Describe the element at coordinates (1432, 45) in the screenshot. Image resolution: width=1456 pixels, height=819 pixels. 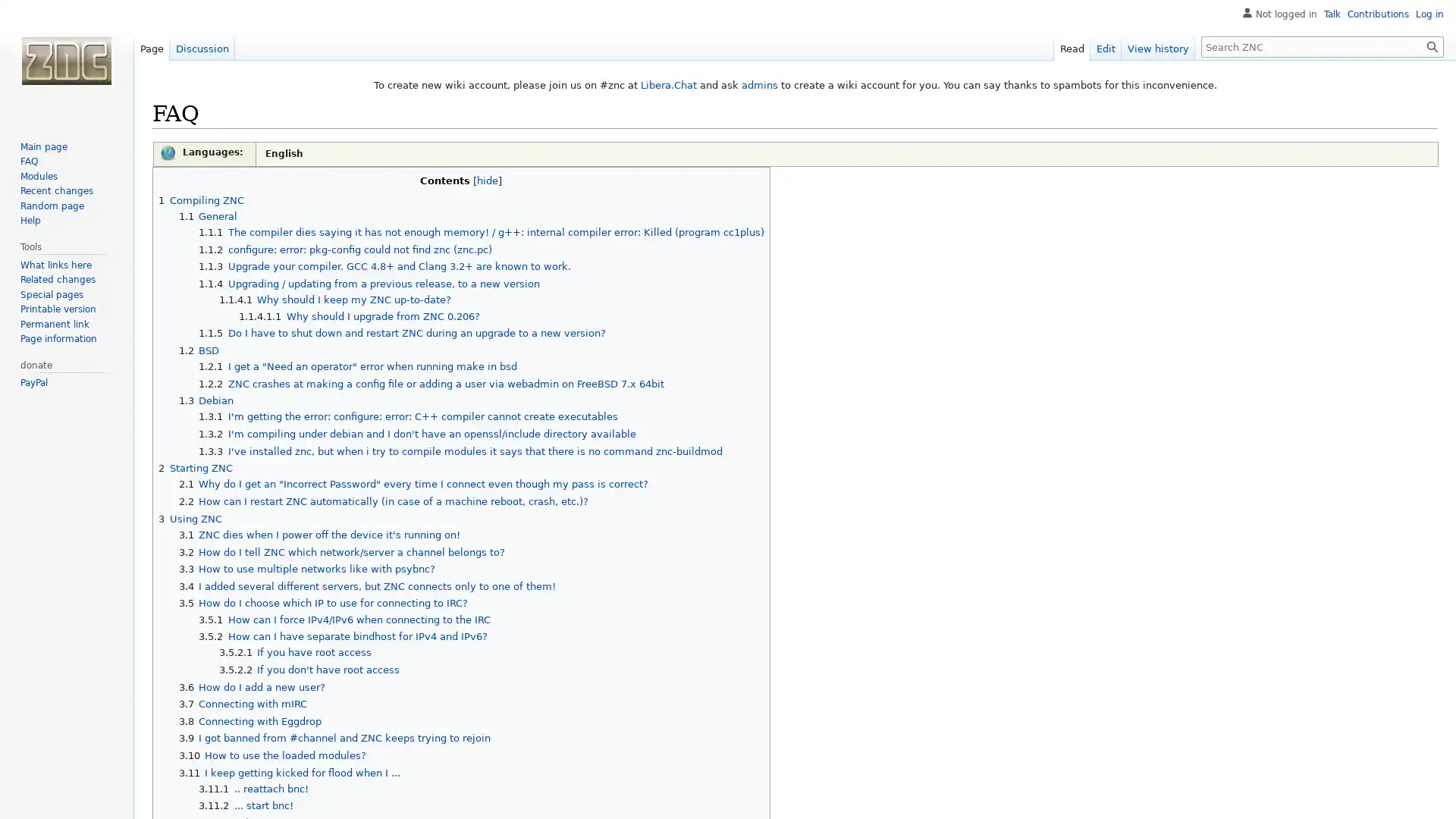
I see `Go` at that location.